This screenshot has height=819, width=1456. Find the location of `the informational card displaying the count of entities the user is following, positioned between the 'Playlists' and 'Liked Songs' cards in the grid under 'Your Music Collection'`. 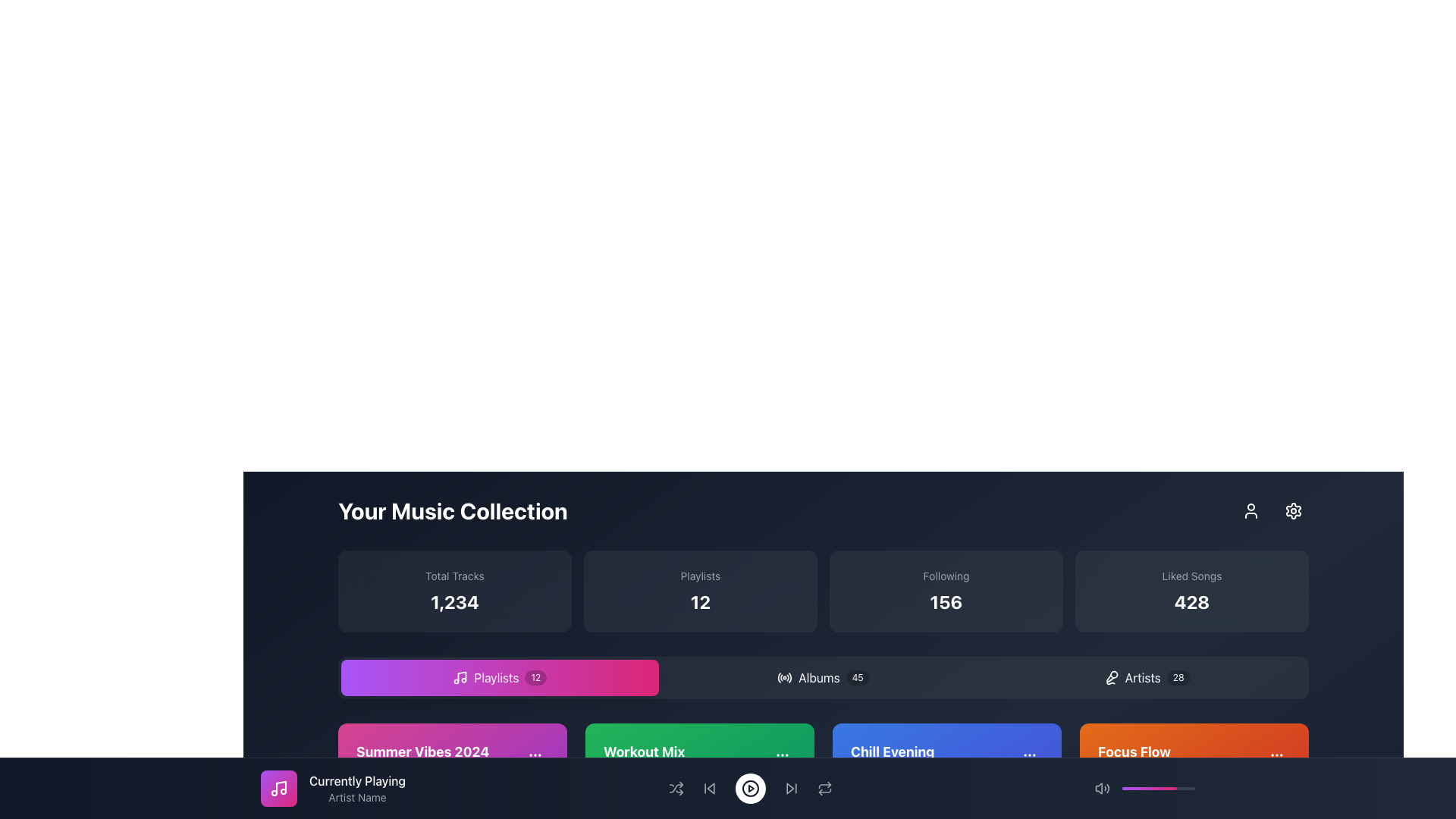

the informational card displaying the count of entities the user is following, positioned between the 'Playlists' and 'Liked Songs' cards in the grid under 'Your Music Collection' is located at coordinates (946, 590).